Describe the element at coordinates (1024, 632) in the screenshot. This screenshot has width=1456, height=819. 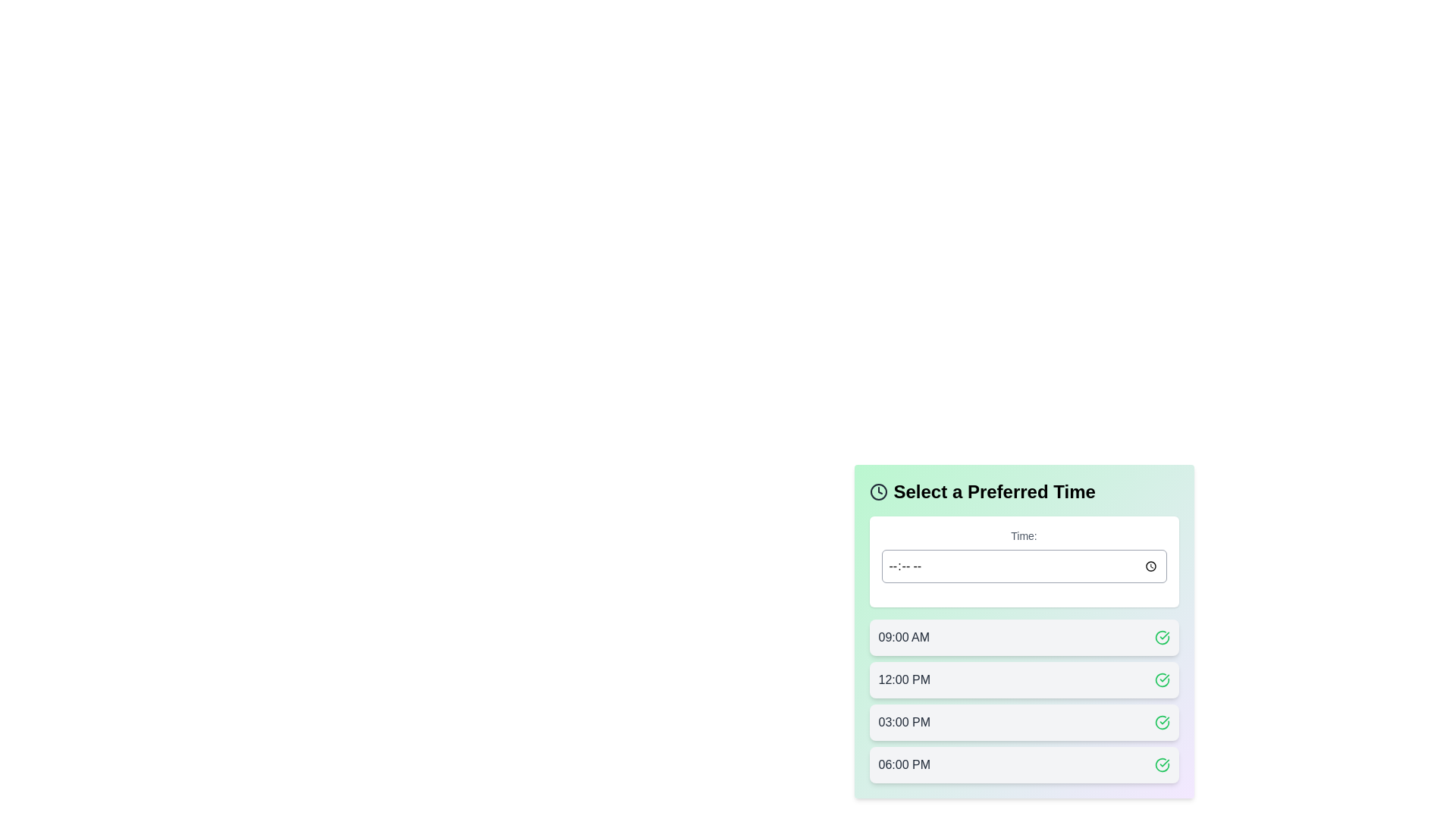
I see `the first selectable time entry in the list titled 'Select a Preferred Time'` at that location.